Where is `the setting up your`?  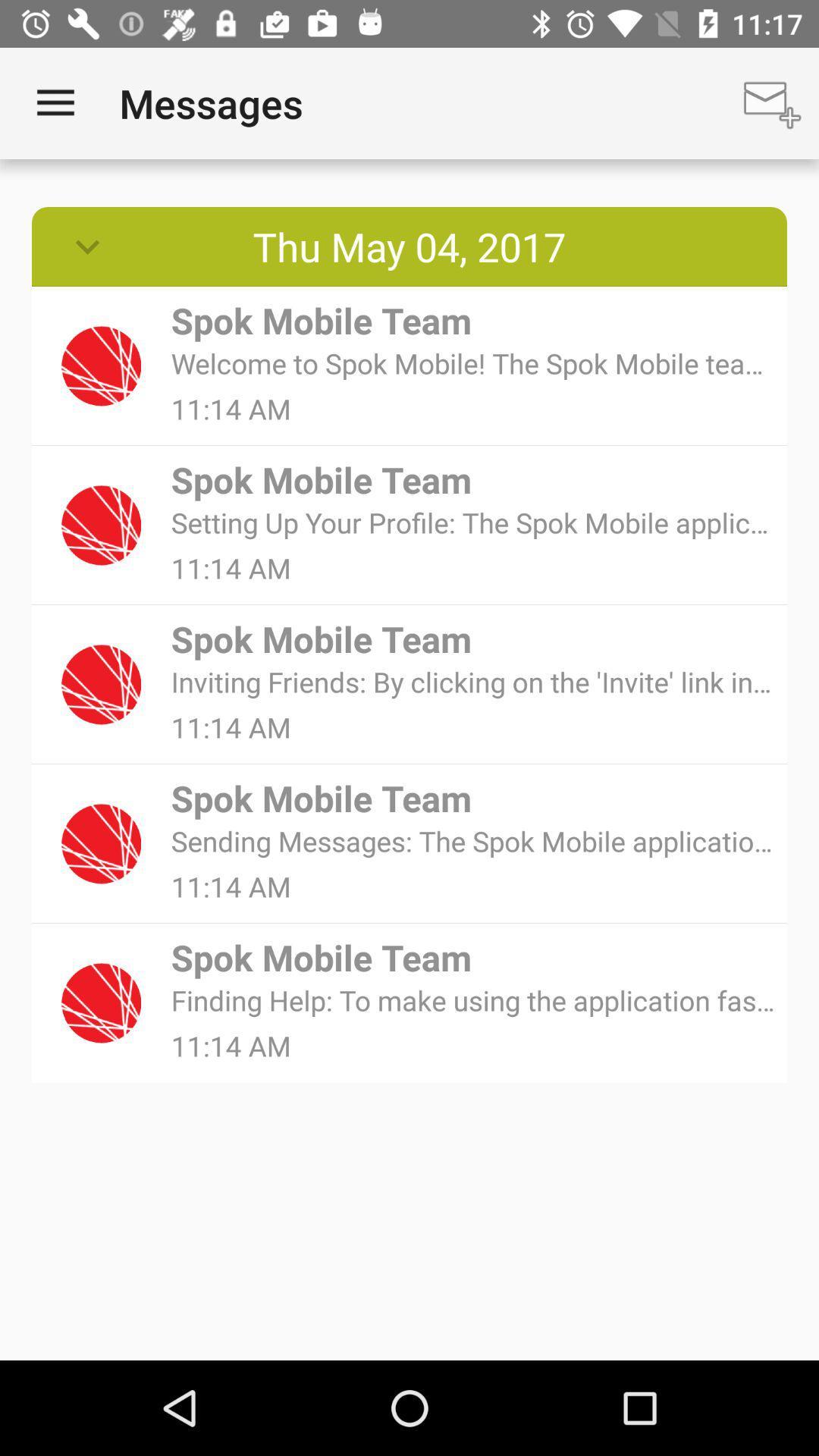
the setting up your is located at coordinates (473, 522).